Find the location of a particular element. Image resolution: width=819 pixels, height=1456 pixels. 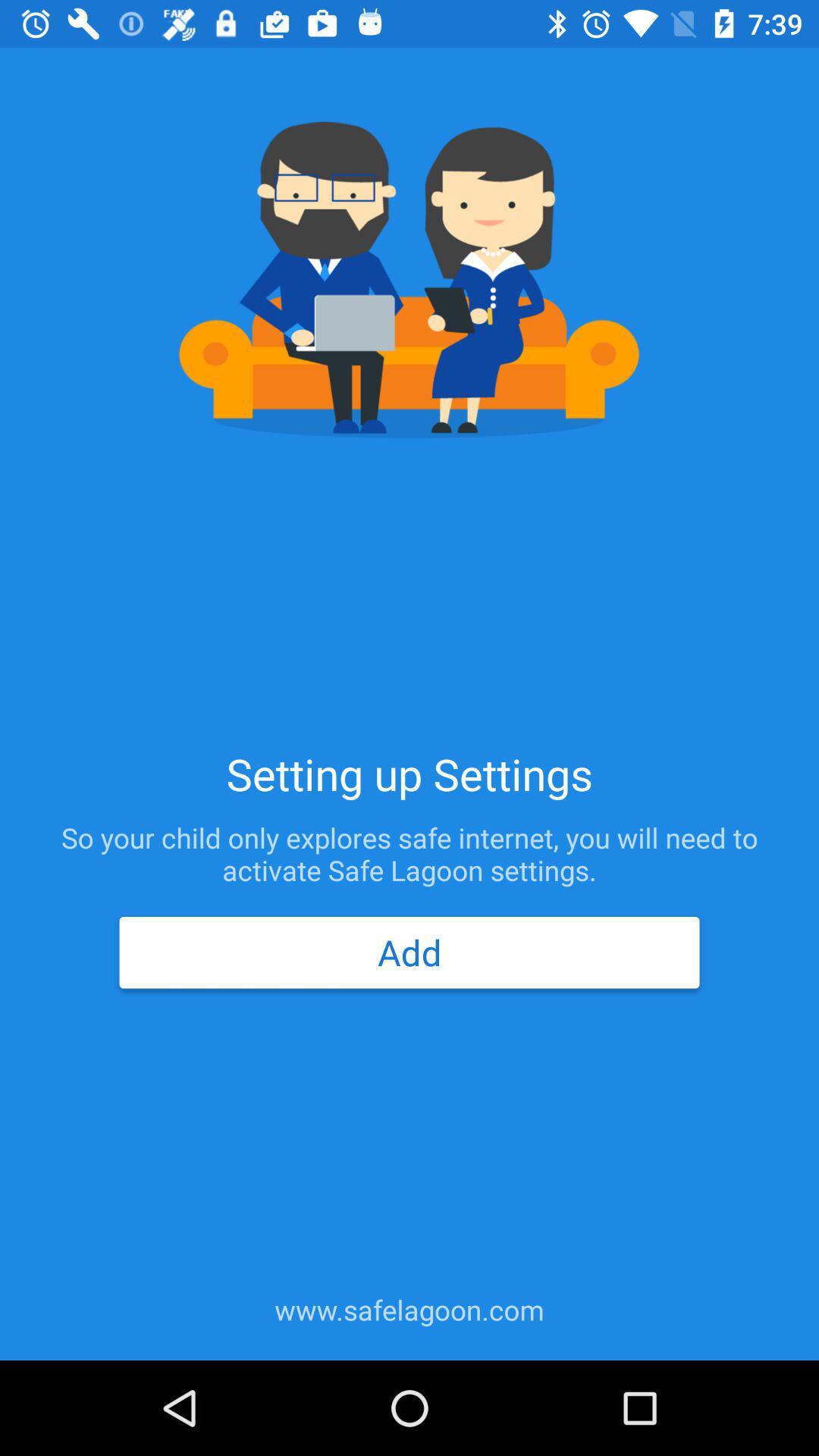

add is located at coordinates (409, 952).